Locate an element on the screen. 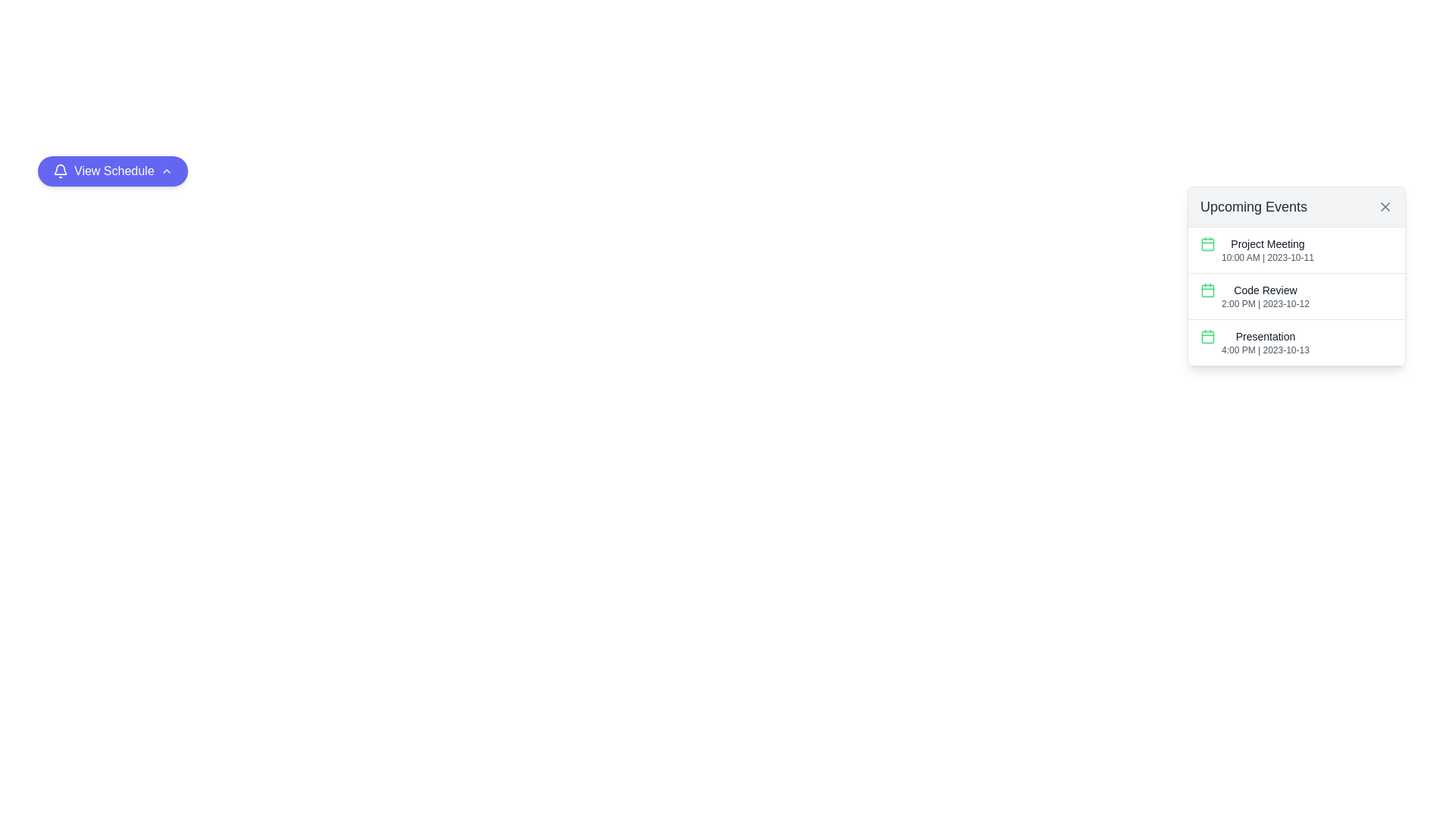  the text displaying '10:00 AM | 2023-10-11', which is located beneath the main title 'Project Meeting' in the 'Upcoming Events' section is located at coordinates (1267, 256).